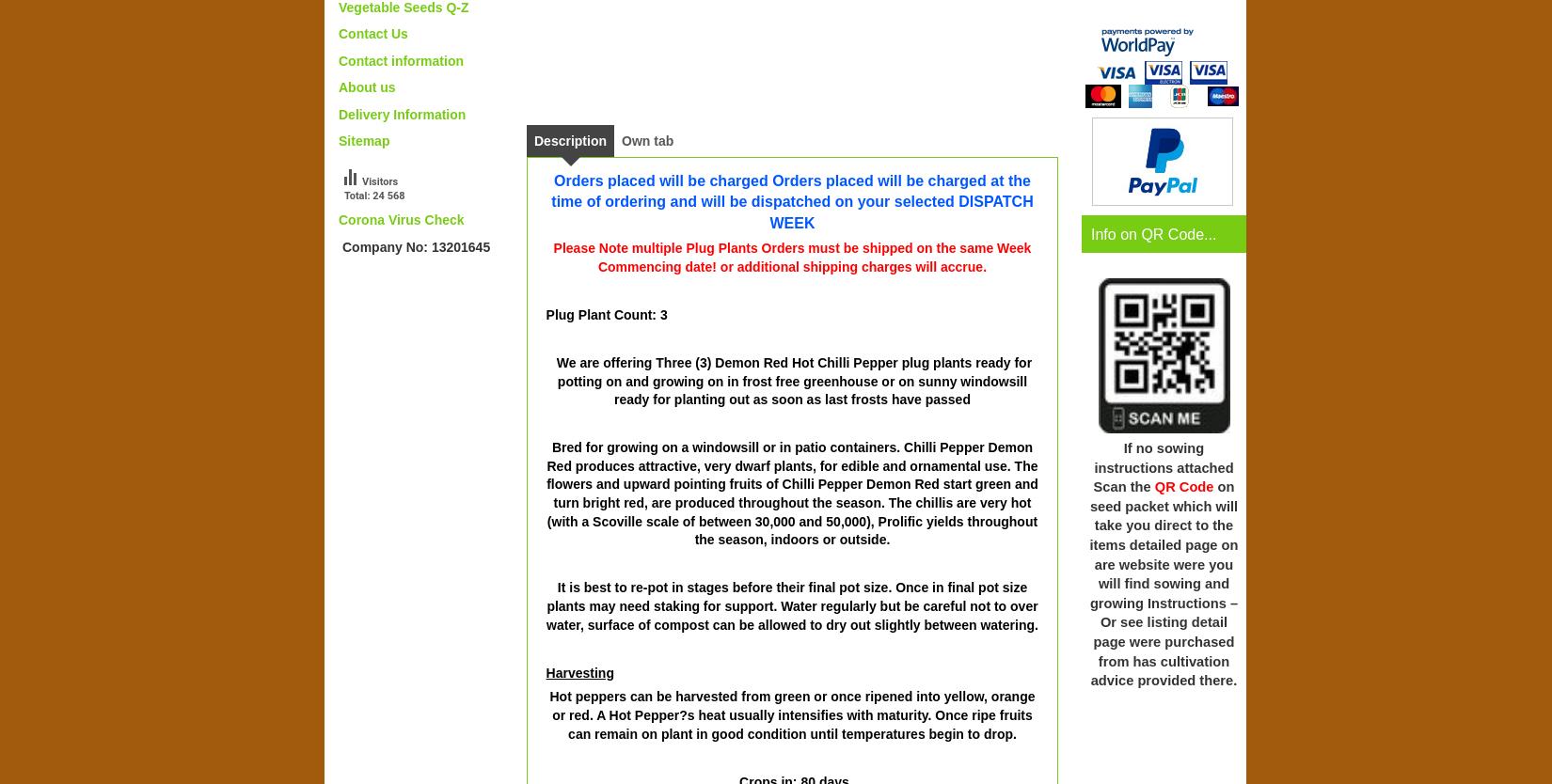  What do you see at coordinates (646, 140) in the screenshot?
I see `'Own tab'` at bounding box center [646, 140].